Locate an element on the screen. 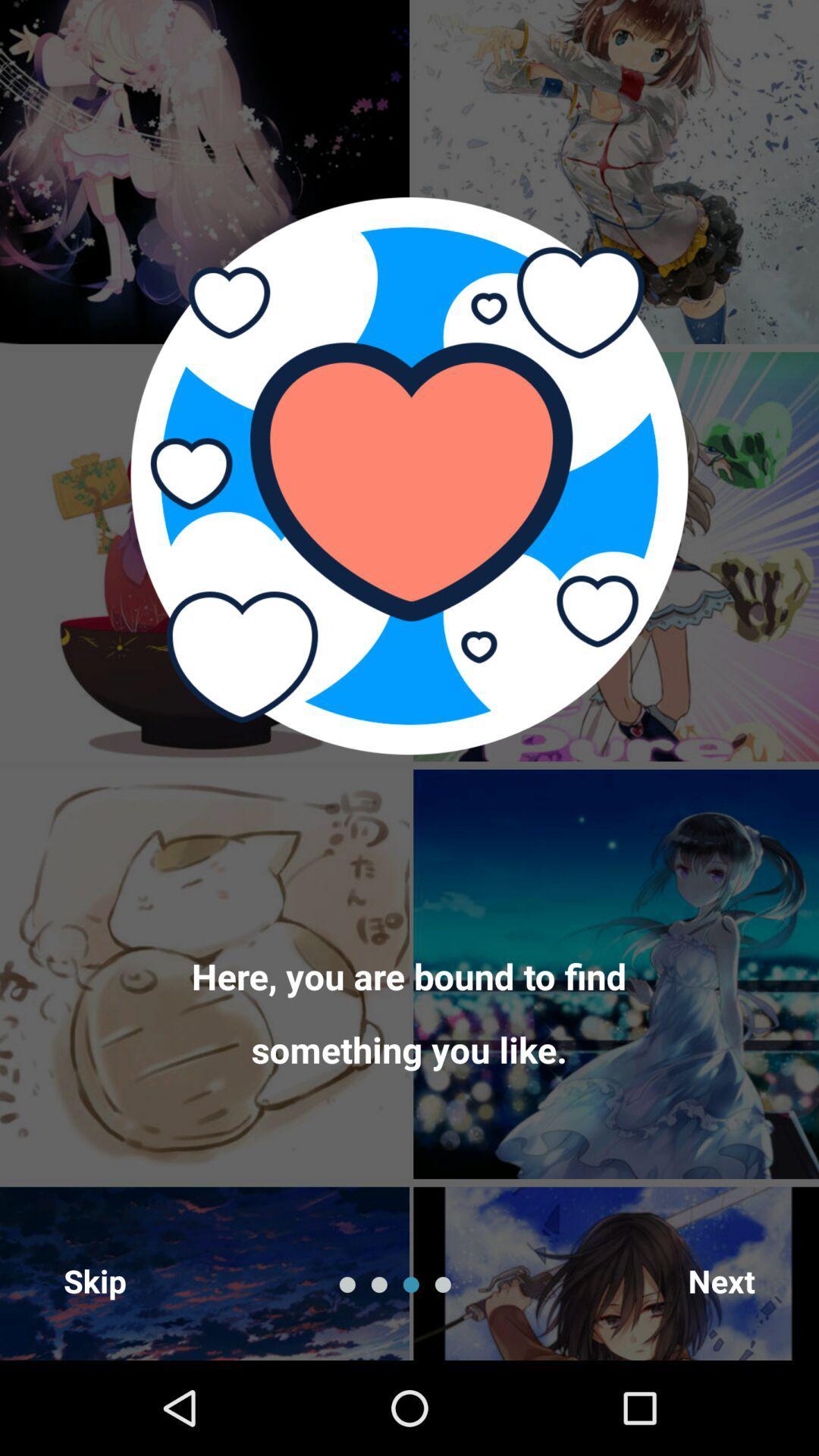 This screenshot has height=1456, width=819. skip icon is located at coordinates (95, 1280).